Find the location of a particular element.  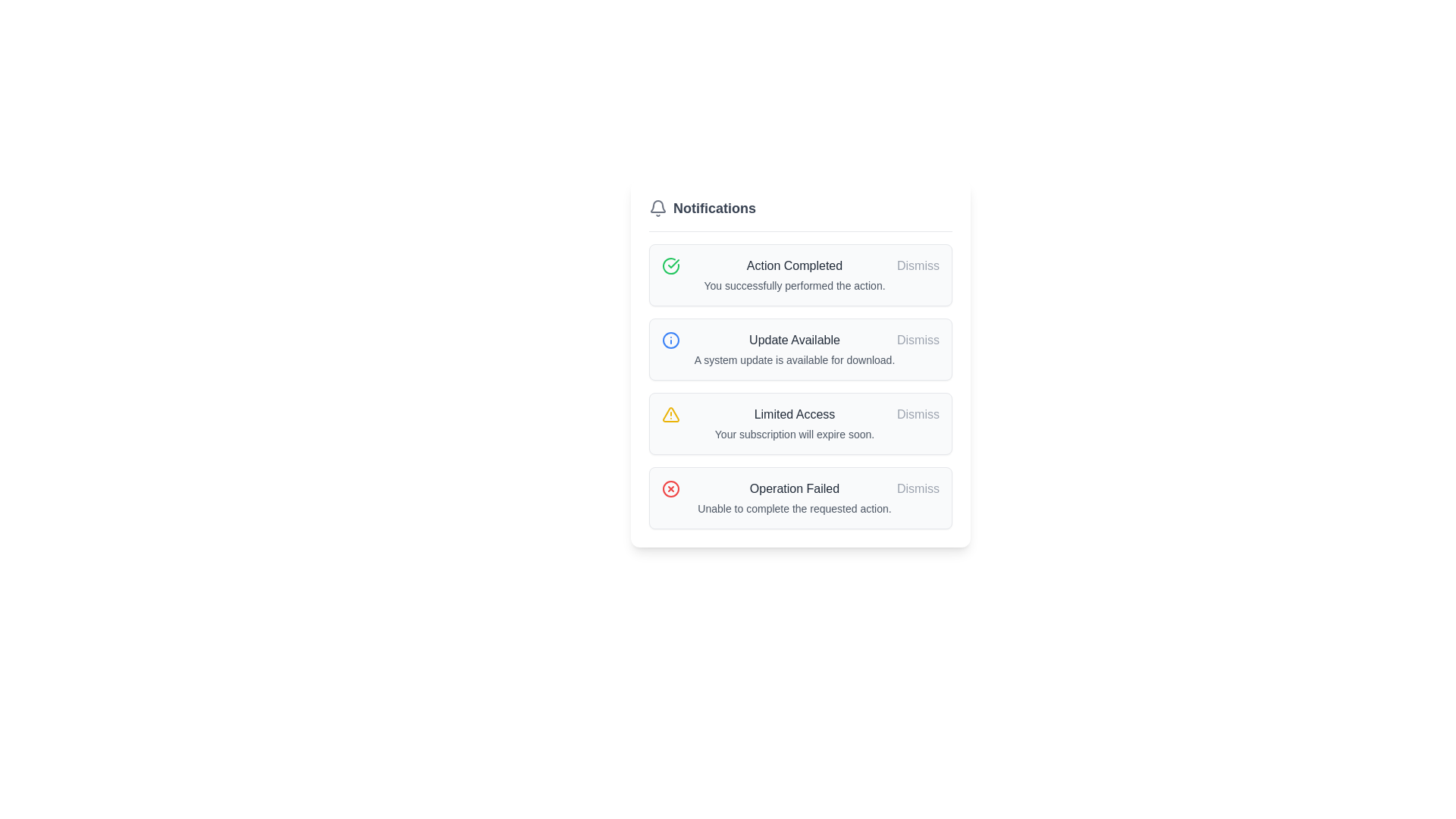

the SVG graphic component that represents an arc in a green outline, which is part of the checkmark icon inside the notification card labeled 'Action Completed' is located at coordinates (670, 265).